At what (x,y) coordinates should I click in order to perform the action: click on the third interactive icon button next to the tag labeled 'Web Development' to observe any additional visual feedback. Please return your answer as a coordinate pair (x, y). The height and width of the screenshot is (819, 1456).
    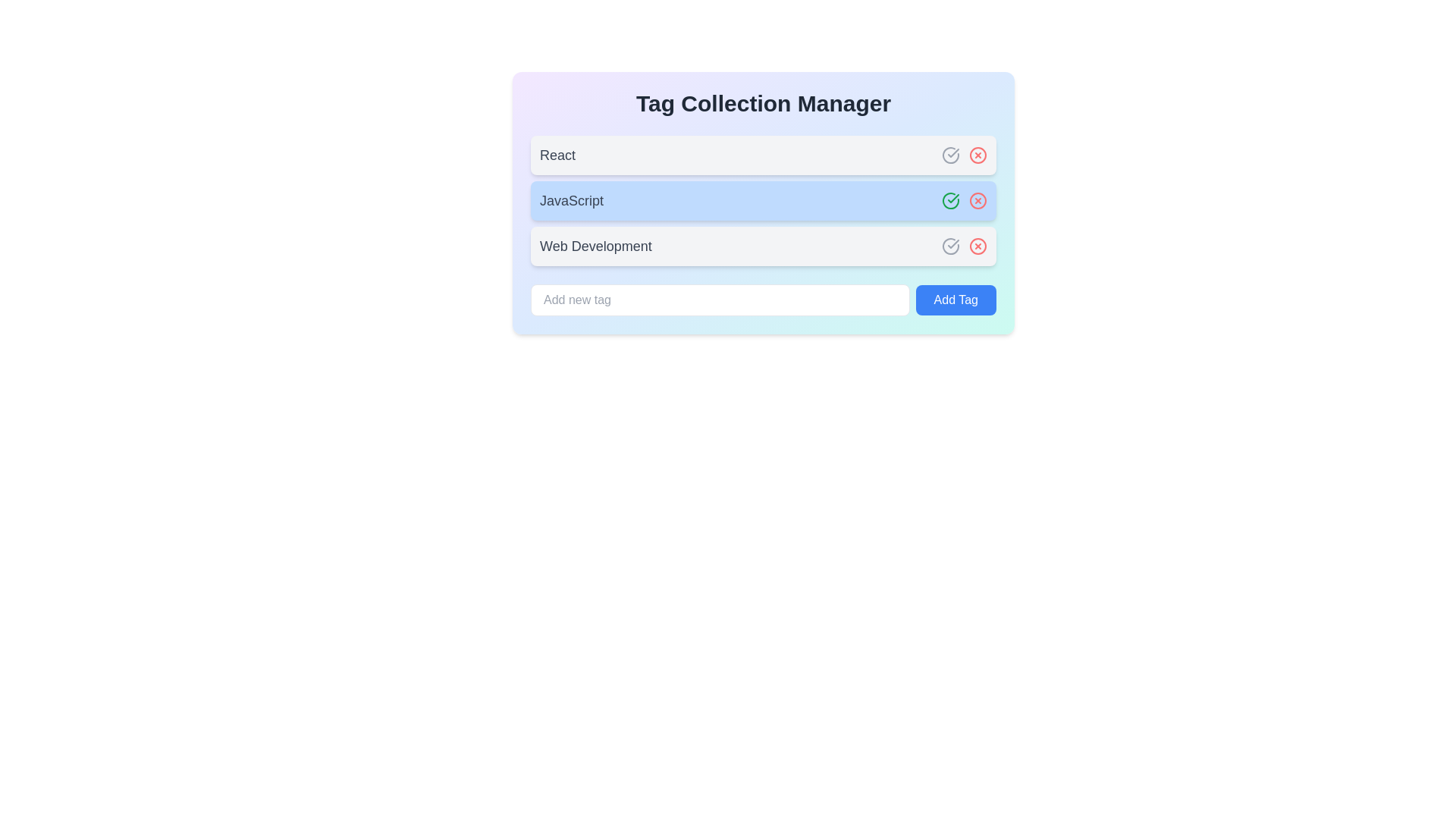
    Looking at the image, I should click on (978, 245).